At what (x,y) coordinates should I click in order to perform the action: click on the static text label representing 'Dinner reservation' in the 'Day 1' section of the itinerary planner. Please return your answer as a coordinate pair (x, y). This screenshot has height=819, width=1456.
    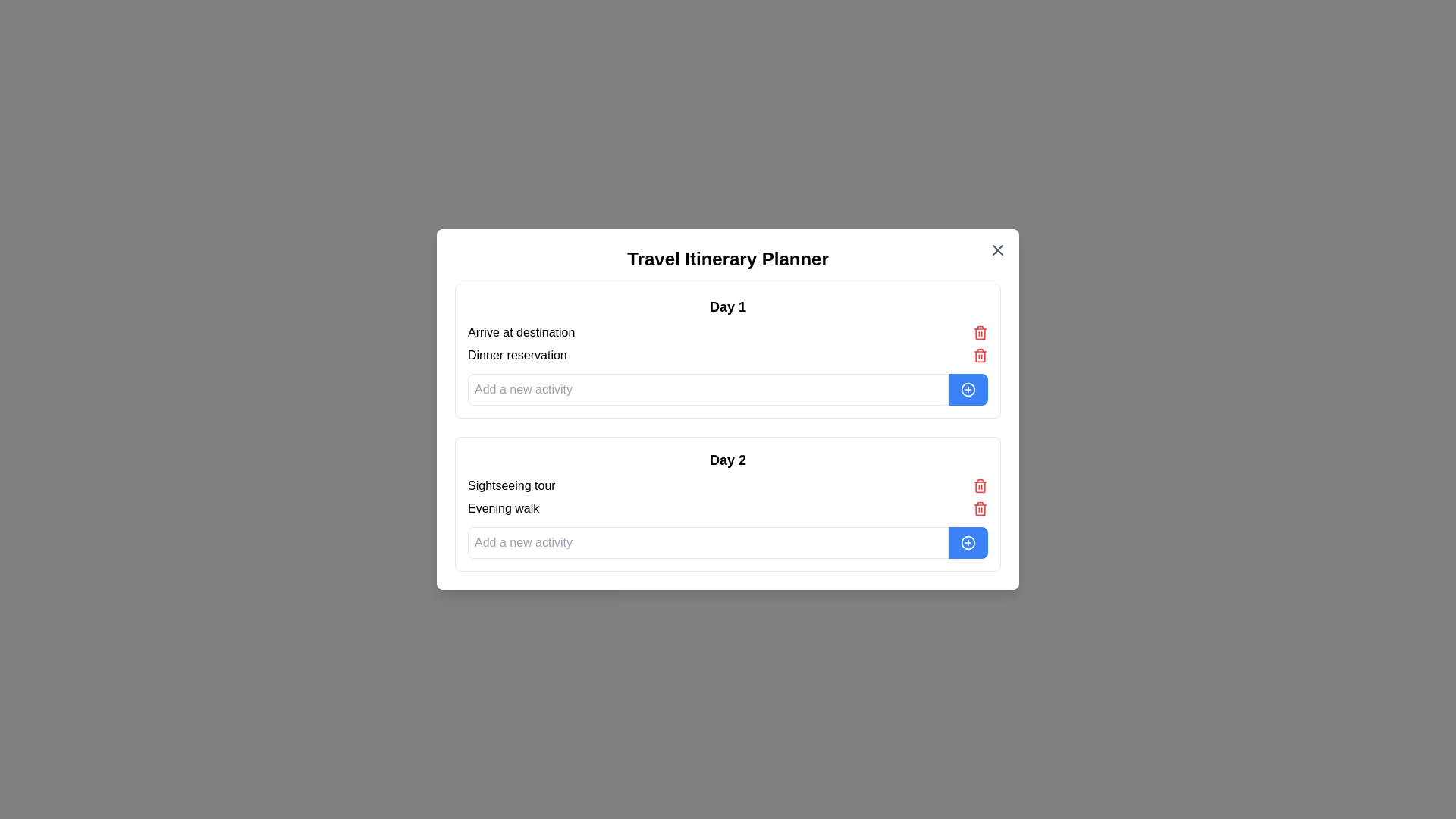
    Looking at the image, I should click on (517, 356).